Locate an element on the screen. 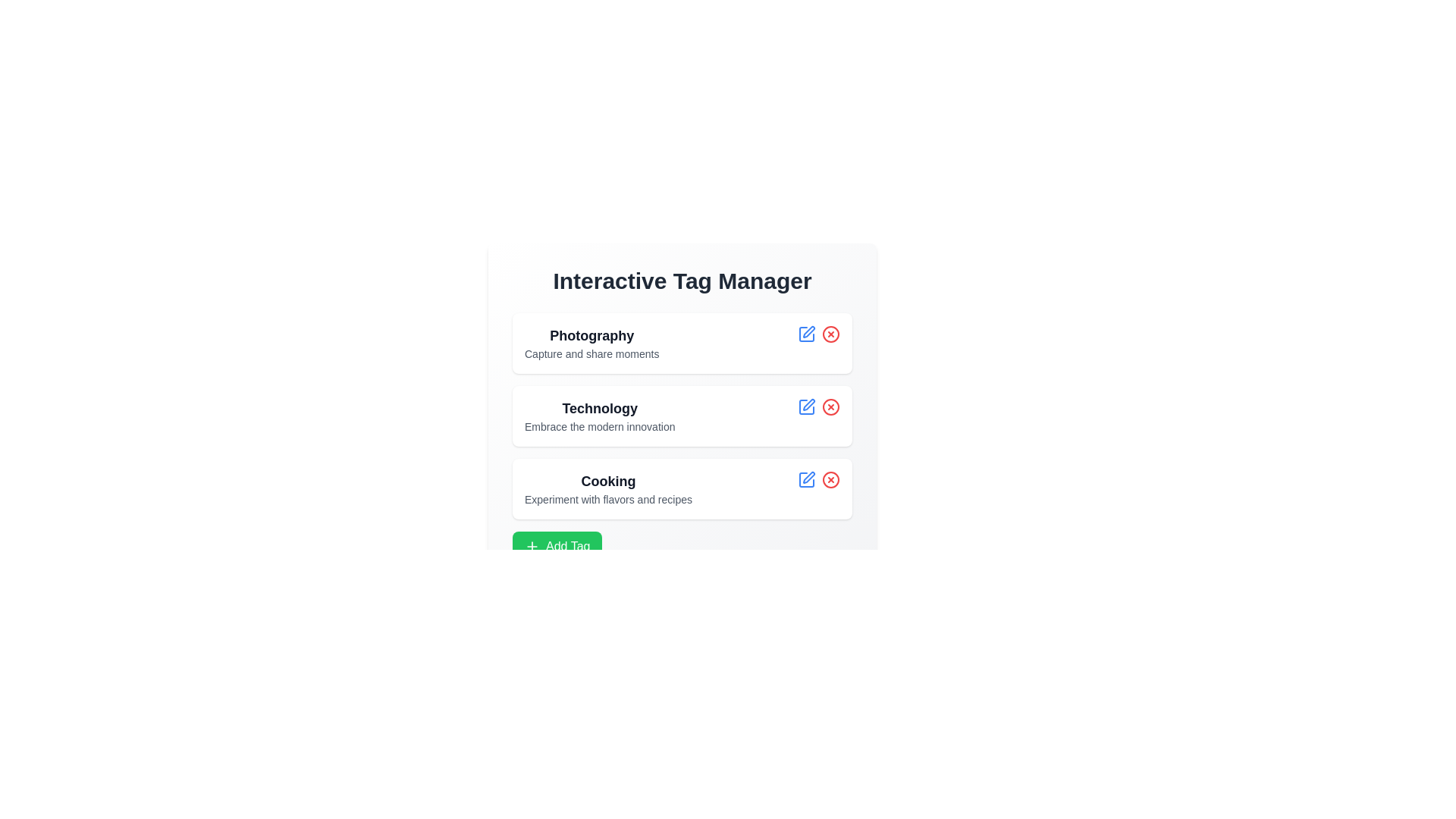  the text label displaying 'Embrace the modern innovation', which is located below the 'Technology' title and aligned centrally within the section is located at coordinates (599, 427).